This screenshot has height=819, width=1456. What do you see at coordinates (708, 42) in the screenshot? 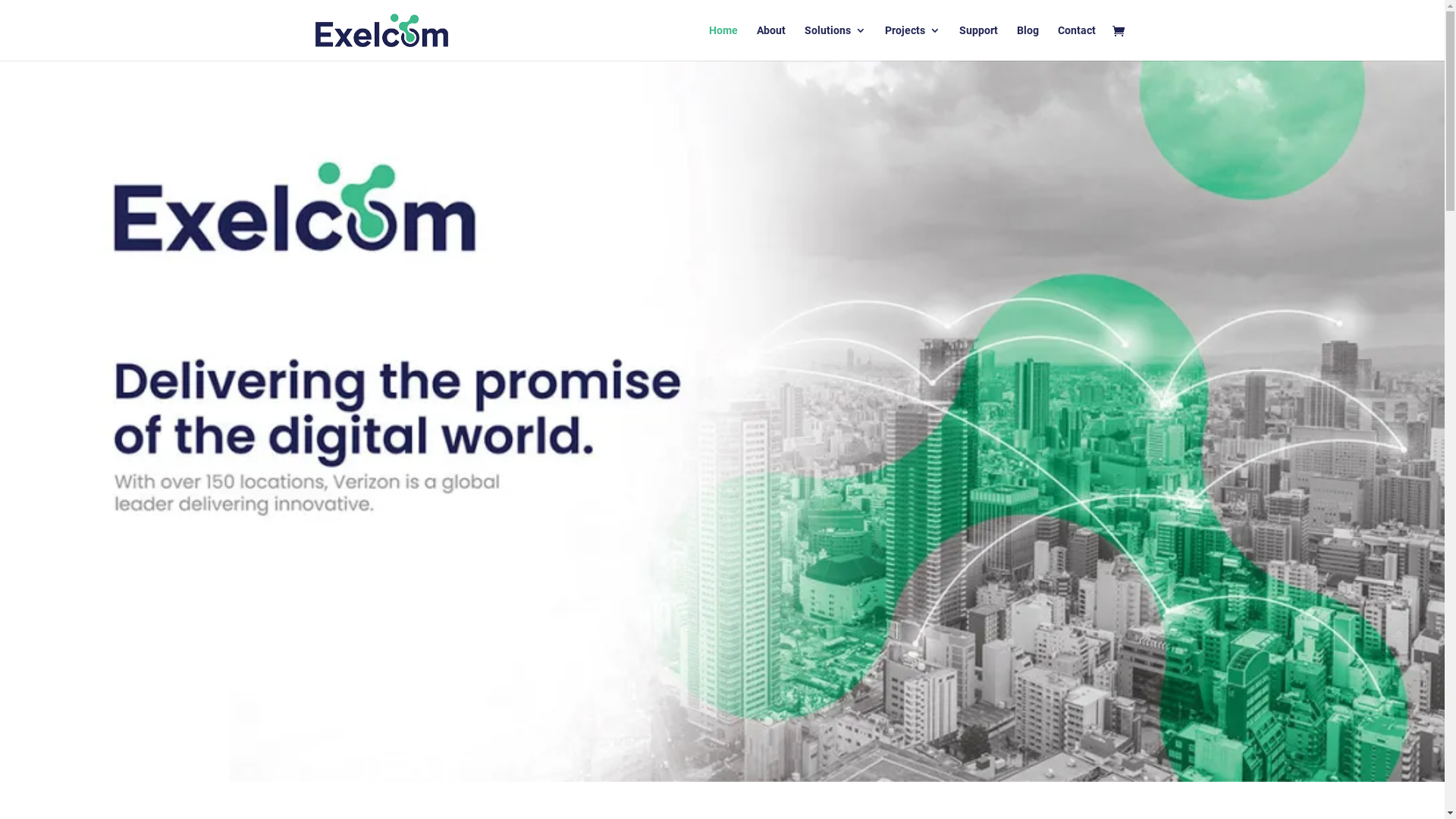
I see `'Home'` at bounding box center [708, 42].